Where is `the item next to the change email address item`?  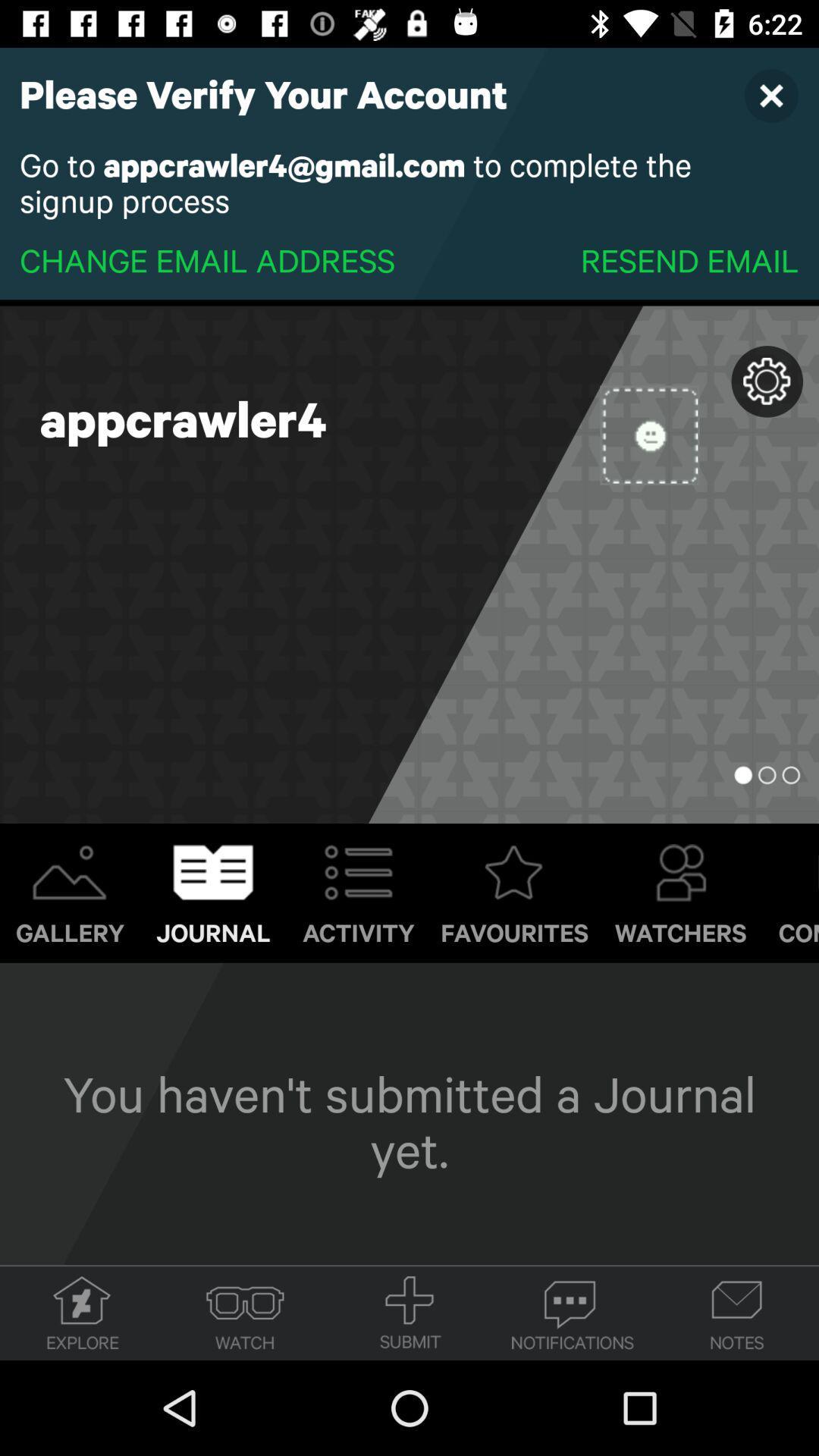
the item next to the change email address item is located at coordinates (689, 259).